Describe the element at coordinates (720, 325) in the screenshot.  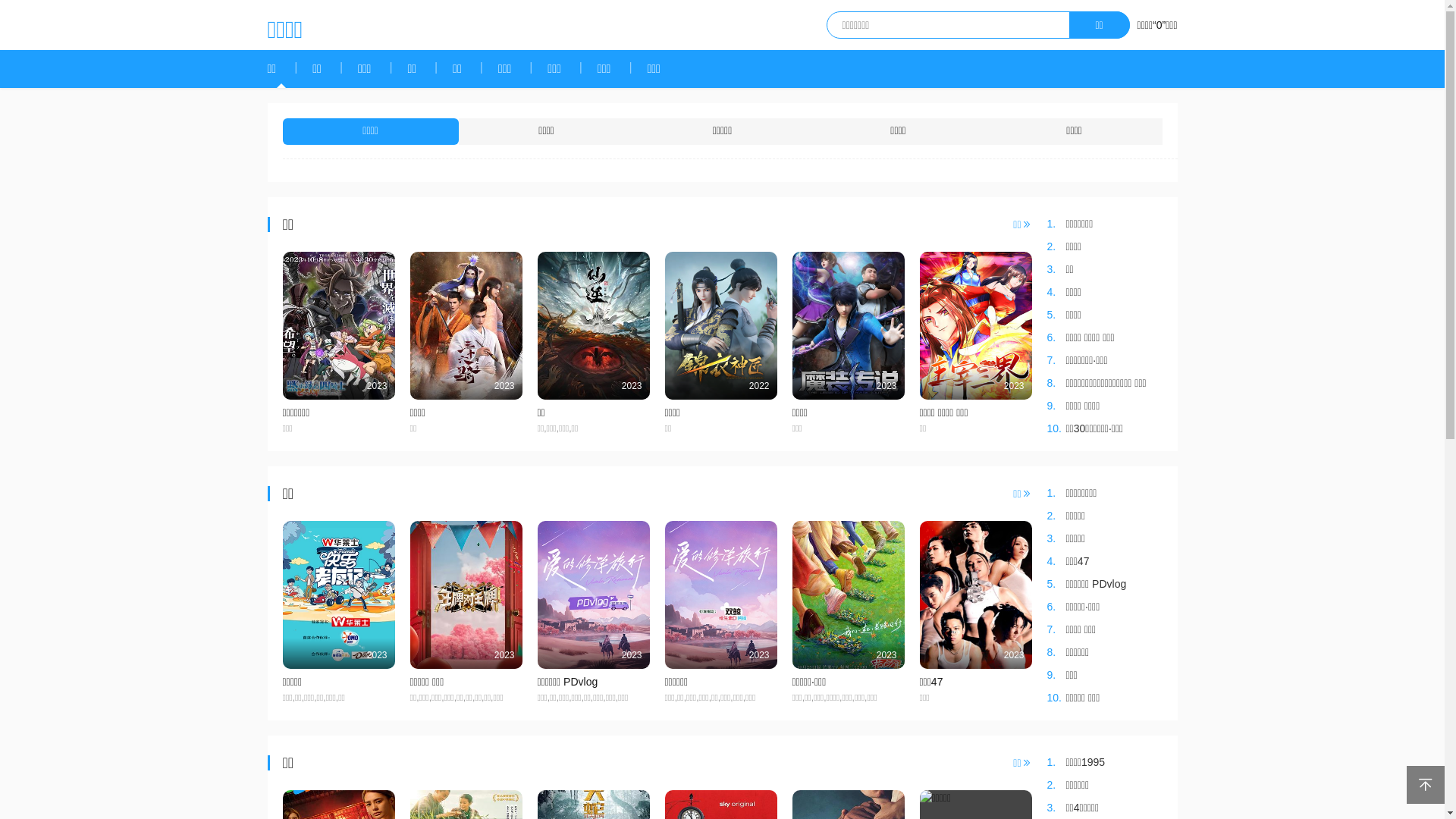
I see `'2022'` at that location.